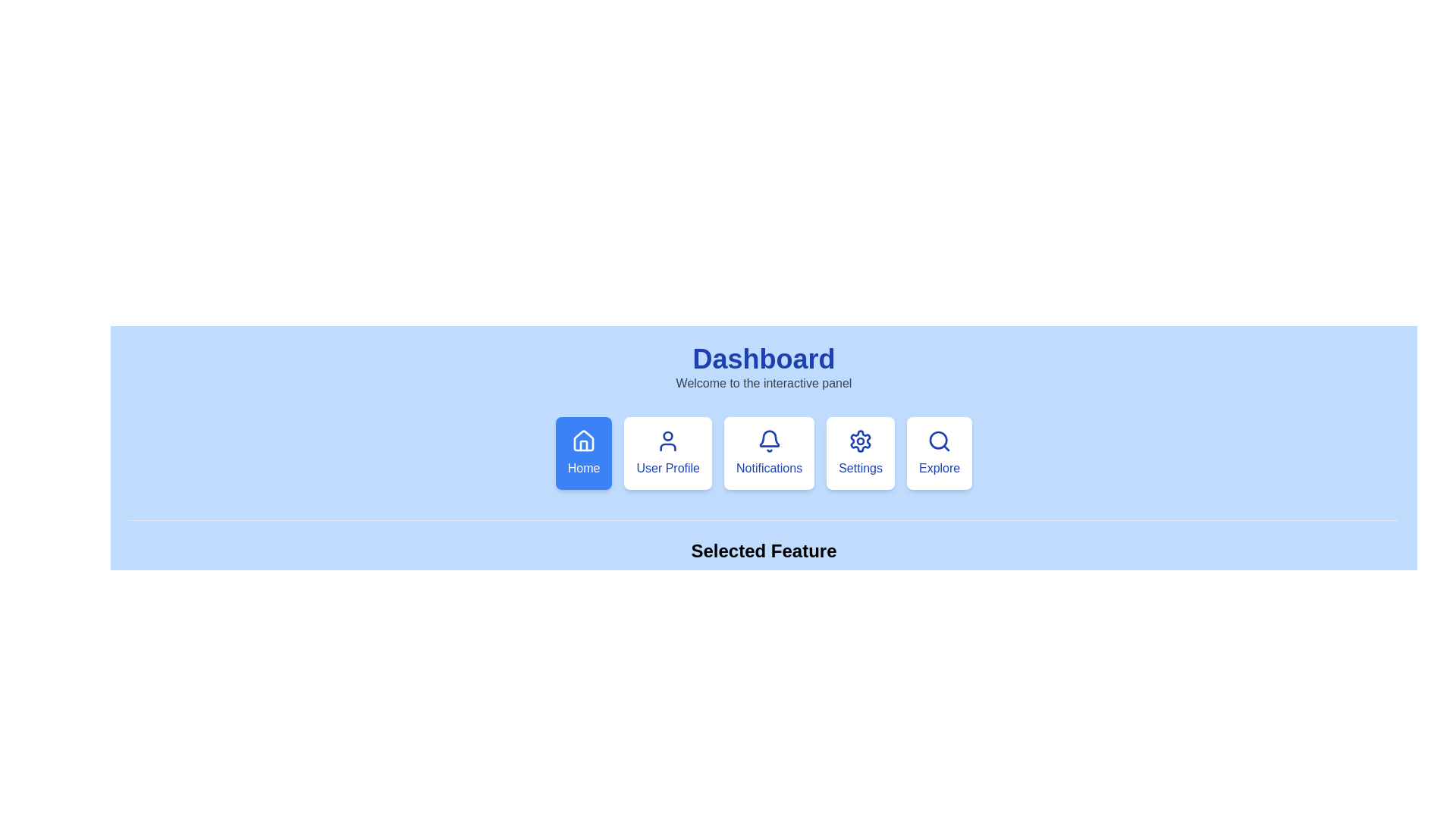 This screenshot has height=819, width=1456. I want to click on the small vertical rectangle resembling a door within the 'Home' icon of the dashboard, so click(583, 444).